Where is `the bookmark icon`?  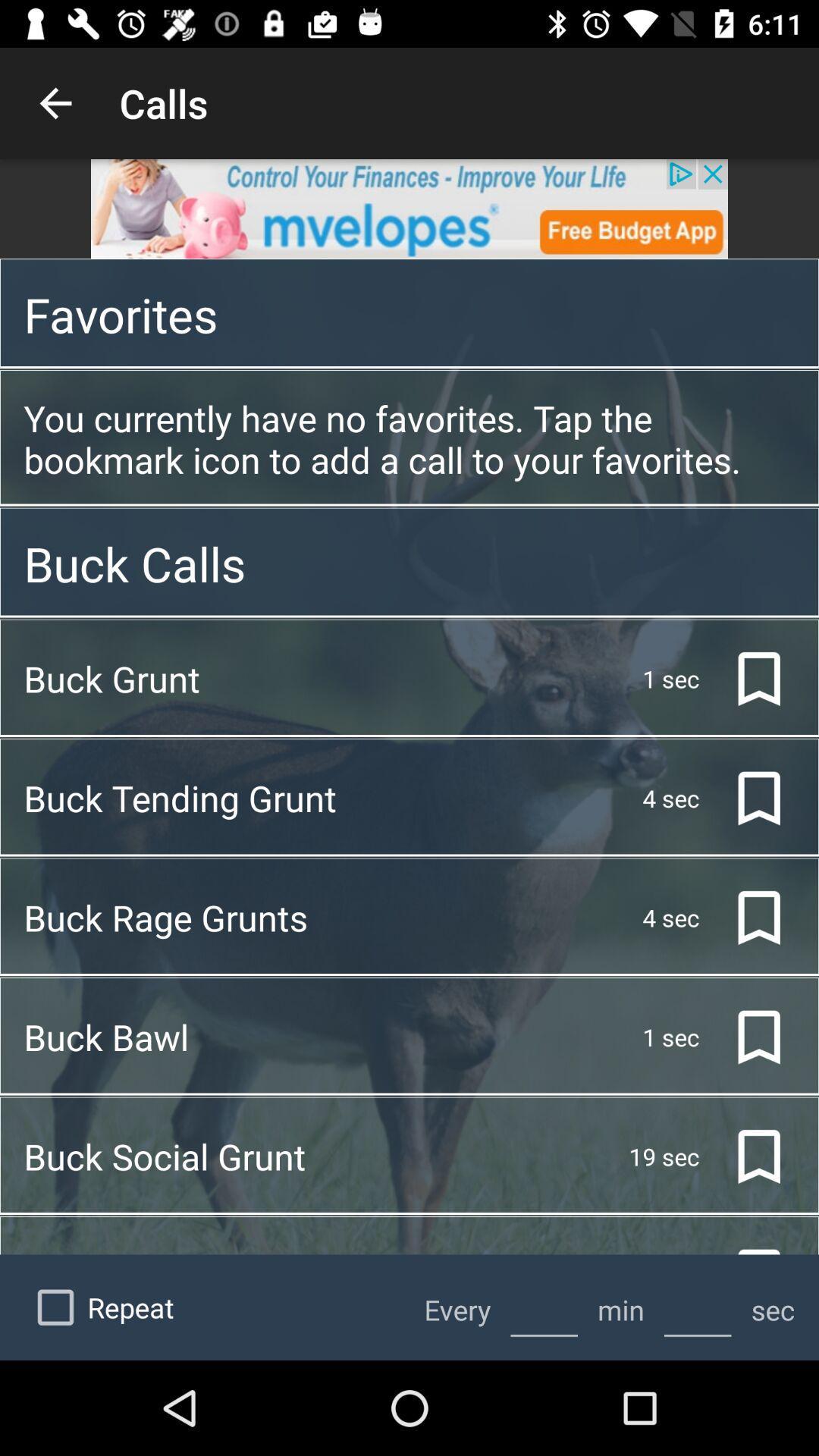 the bookmark icon is located at coordinates (746, 678).